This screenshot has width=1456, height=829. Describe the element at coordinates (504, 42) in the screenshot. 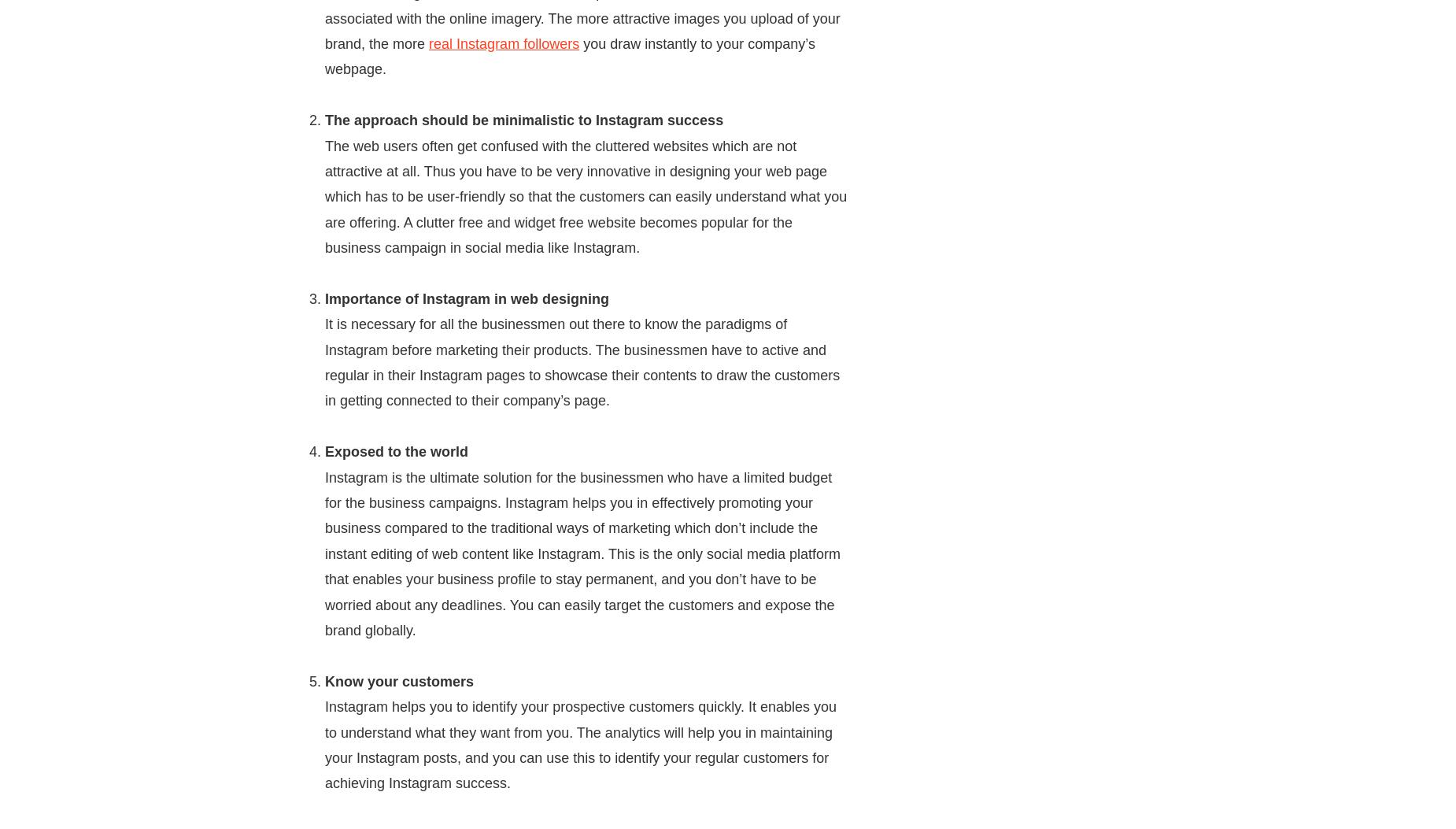

I see `'real Instagram followers'` at that location.